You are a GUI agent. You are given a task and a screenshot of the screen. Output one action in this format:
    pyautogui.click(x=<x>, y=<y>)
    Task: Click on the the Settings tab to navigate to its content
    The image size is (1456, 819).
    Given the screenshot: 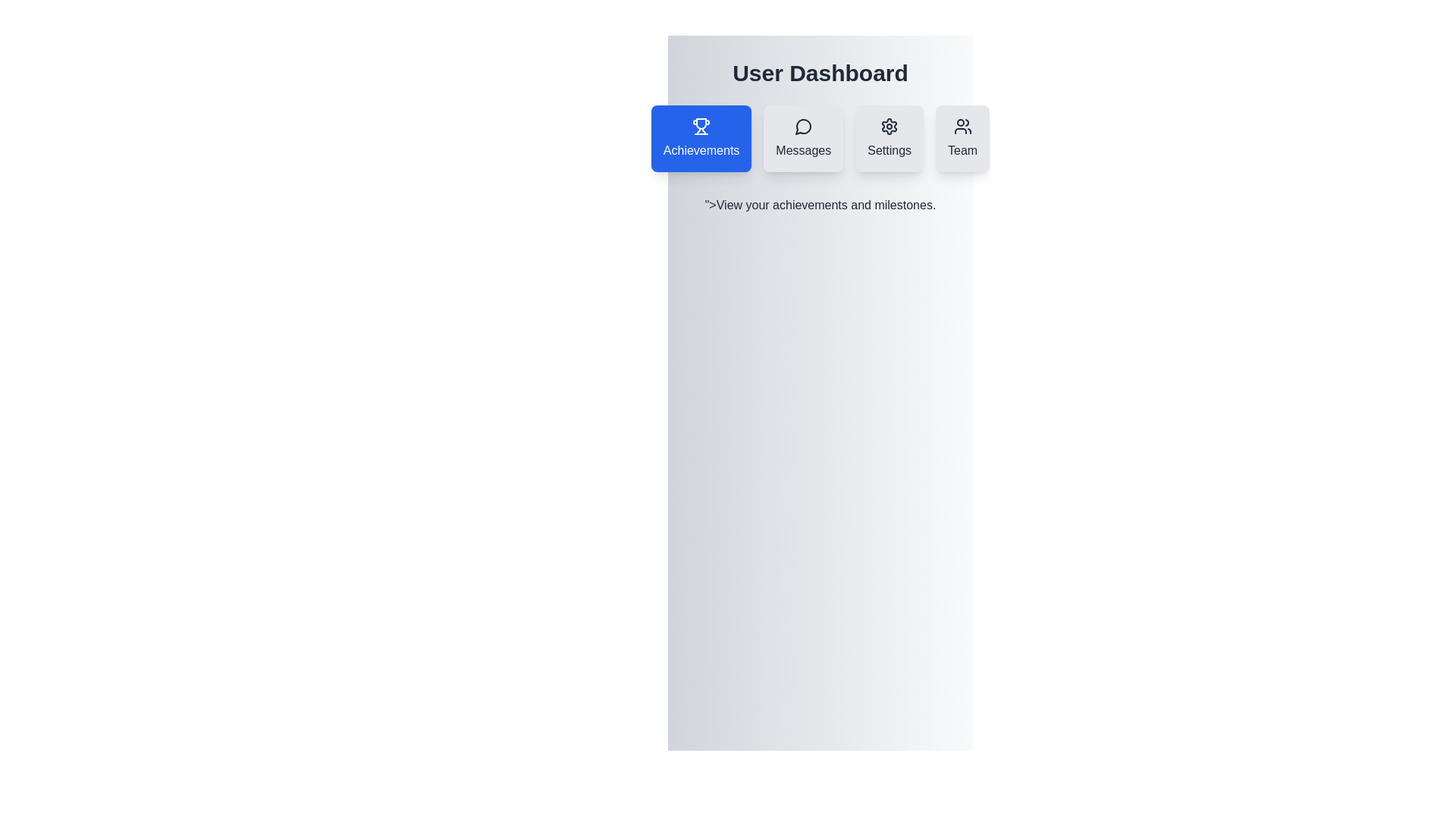 What is the action you would take?
    pyautogui.click(x=889, y=138)
    